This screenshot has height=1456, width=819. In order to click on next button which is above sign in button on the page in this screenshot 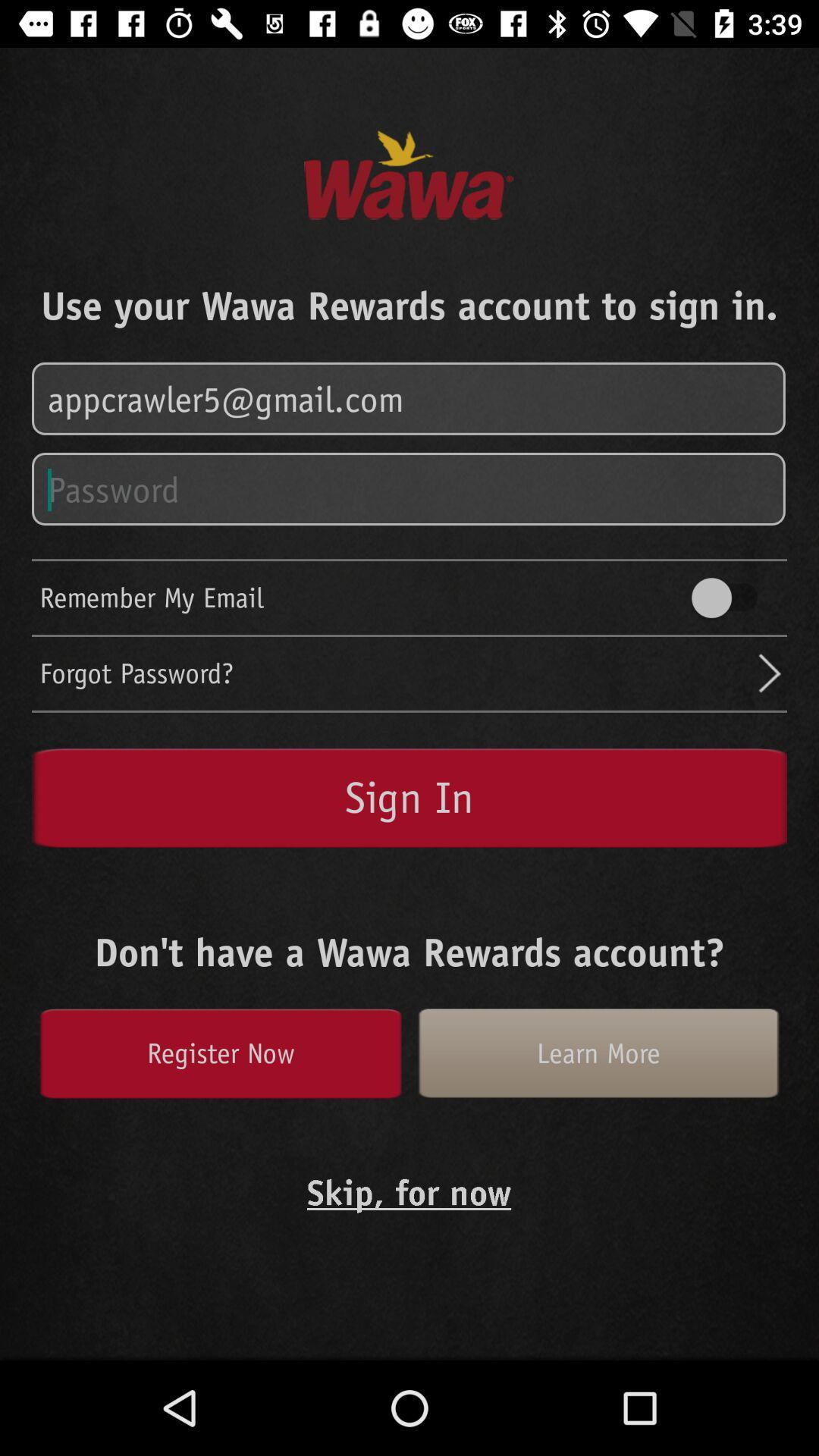, I will do `click(770, 673)`.